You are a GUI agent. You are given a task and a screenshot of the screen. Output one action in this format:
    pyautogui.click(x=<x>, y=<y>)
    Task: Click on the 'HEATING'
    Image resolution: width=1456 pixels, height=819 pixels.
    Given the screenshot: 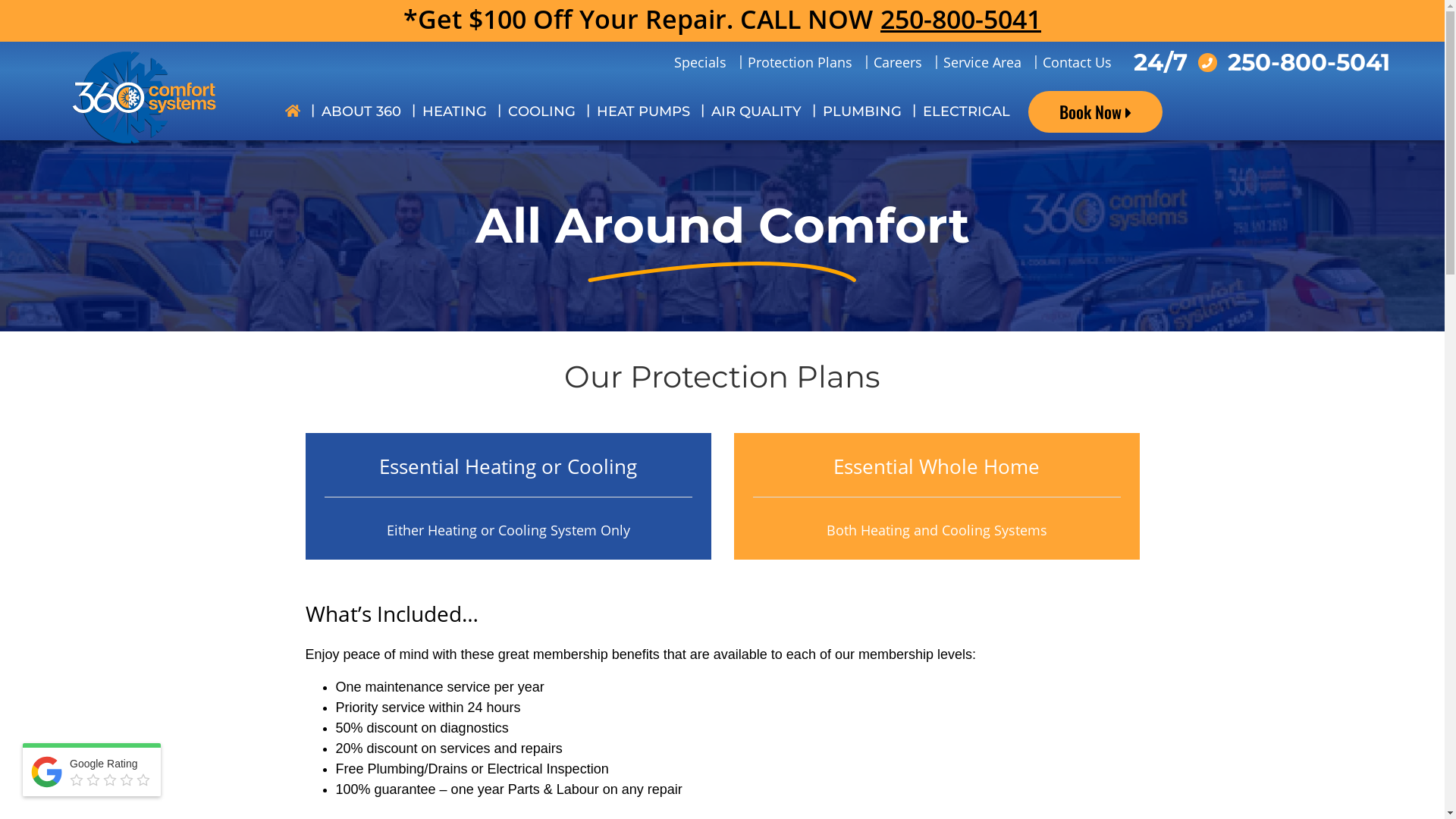 What is the action you would take?
    pyautogui.click(x=453, y=111)
    